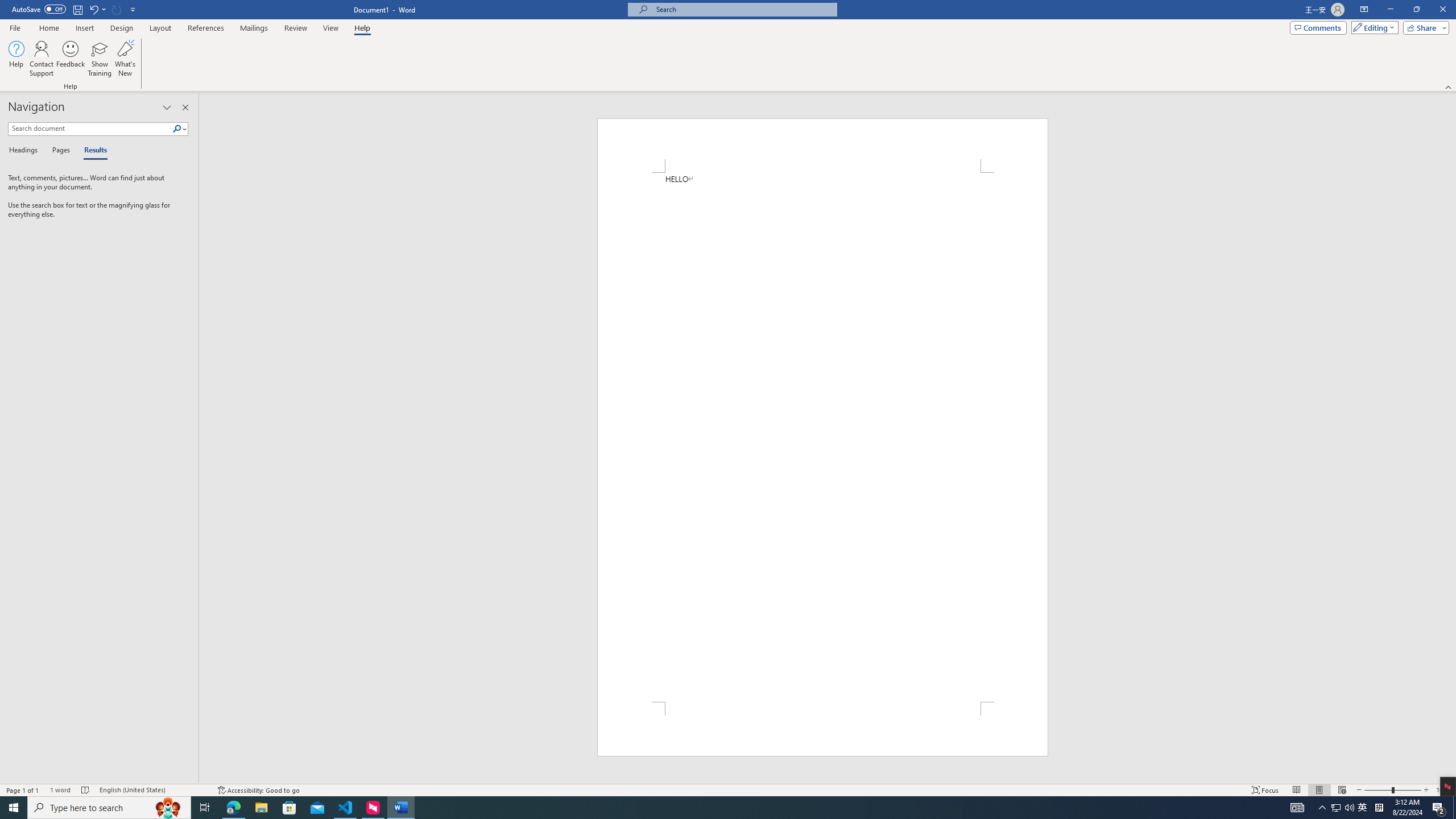 The image size is (1456, 819). What do you see at coordinates (1416, 9) in the screenshot?
I see `'Restore Down'` at bounding box center [1416, 9].